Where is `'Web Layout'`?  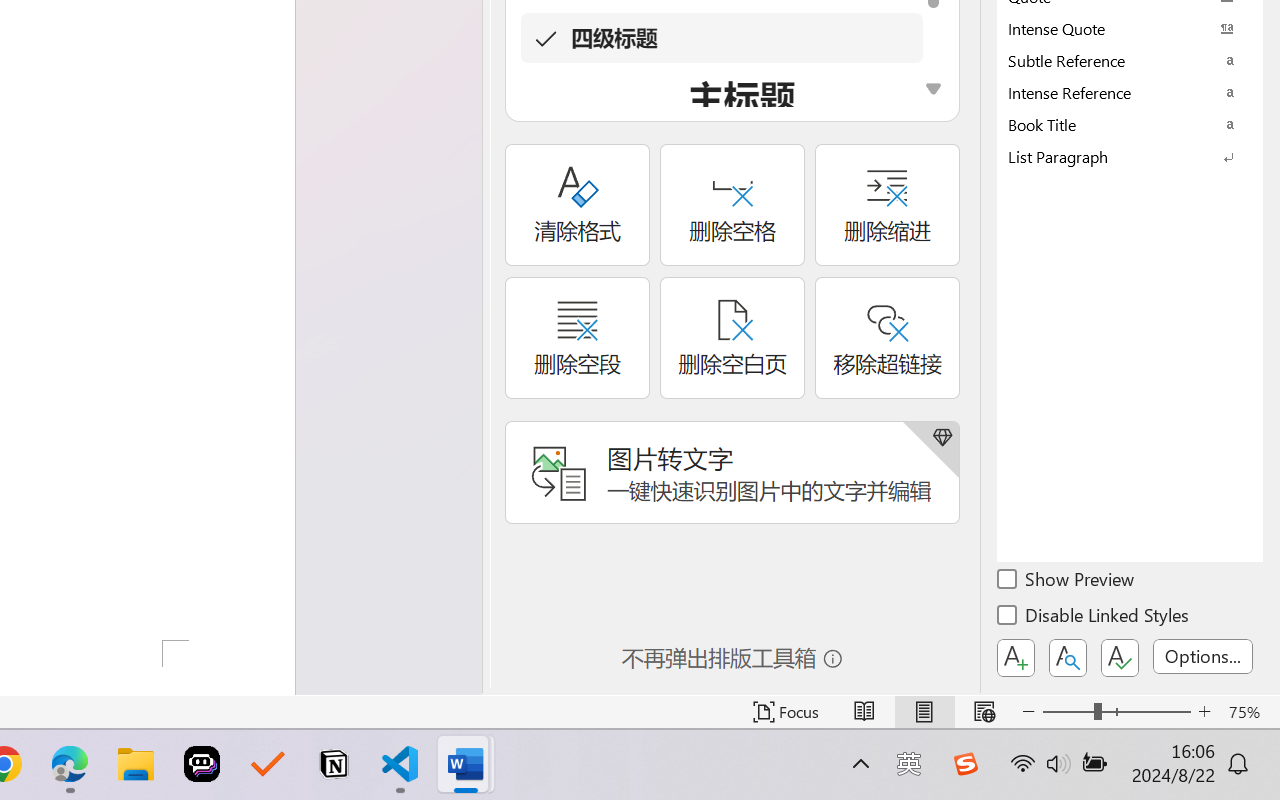 'Web Layout' is located at coordinates (984, 711).